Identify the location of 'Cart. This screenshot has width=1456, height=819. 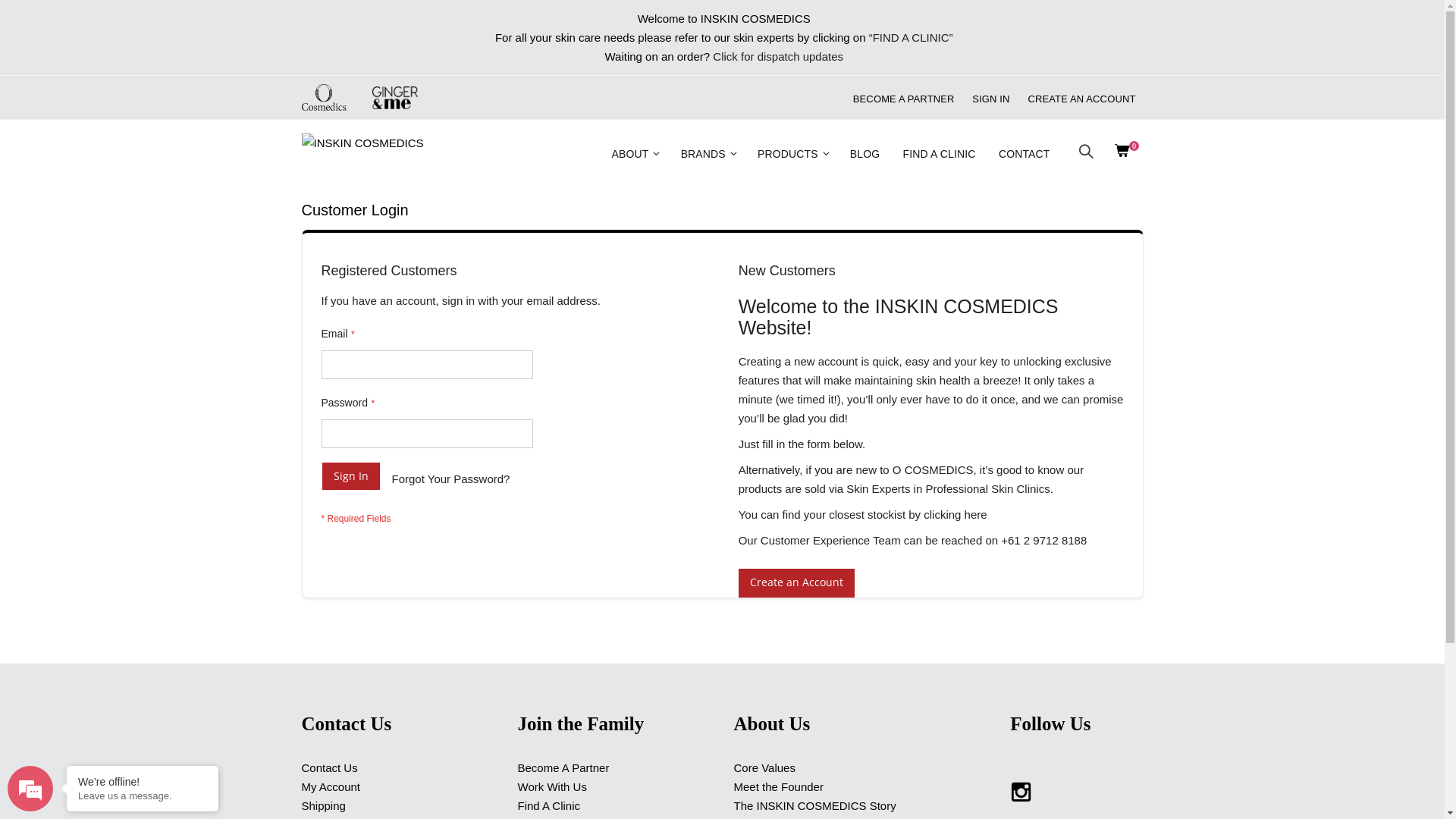
(1110, 154).